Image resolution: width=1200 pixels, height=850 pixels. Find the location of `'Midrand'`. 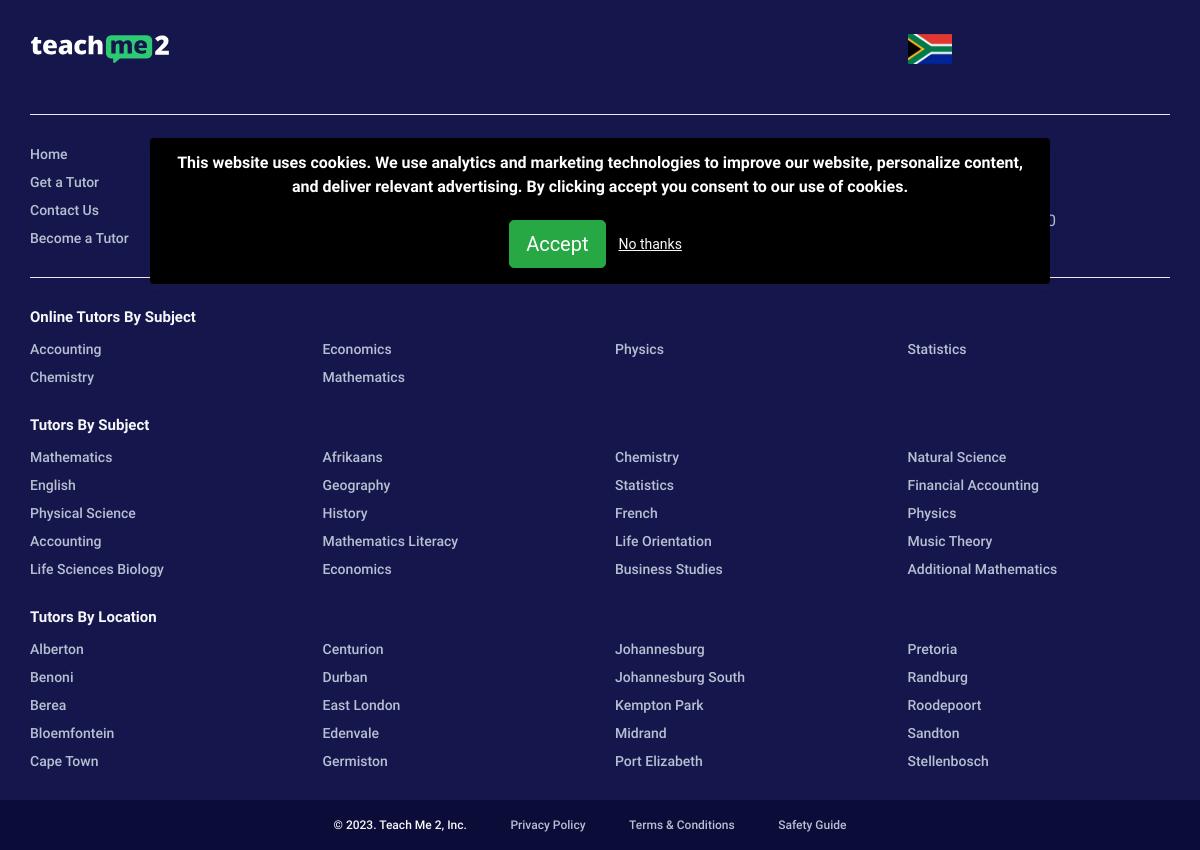

'Midrand' is located at coordinates (640, 733).